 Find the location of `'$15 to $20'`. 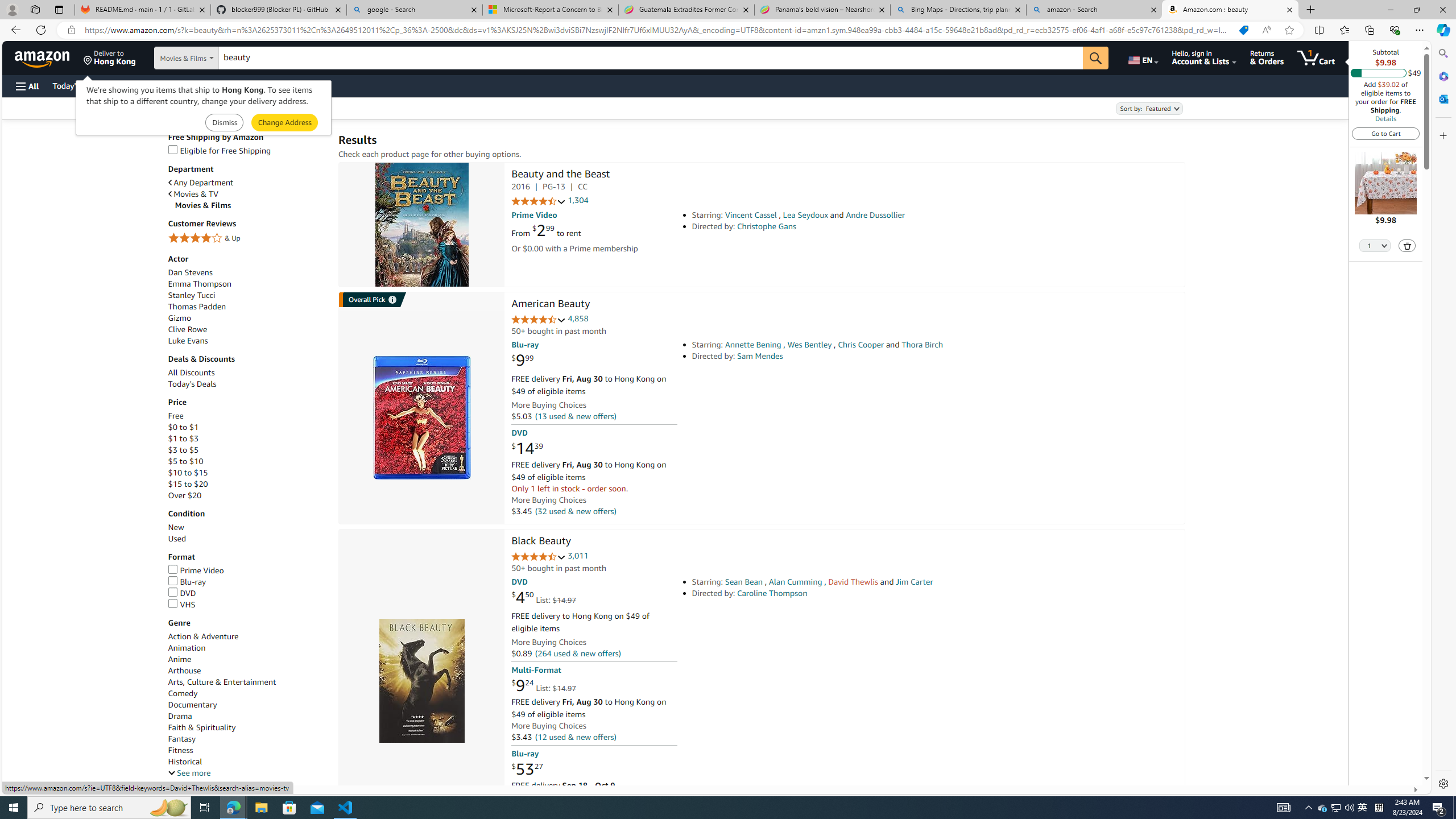

'$15 to $20' is located at coordinates (188, 483).